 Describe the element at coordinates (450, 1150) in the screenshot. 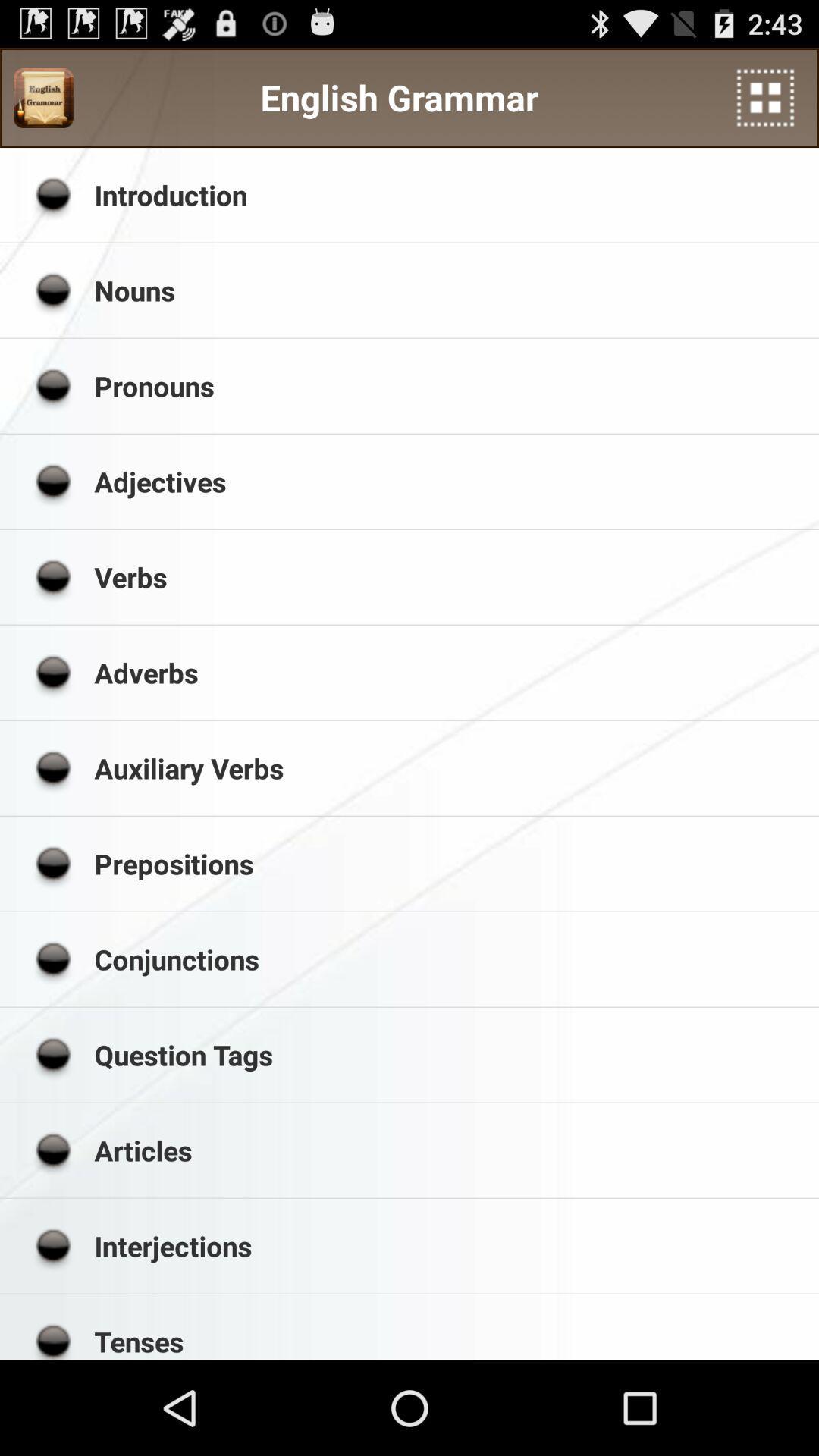

I see `the app above interjections item` at that location.